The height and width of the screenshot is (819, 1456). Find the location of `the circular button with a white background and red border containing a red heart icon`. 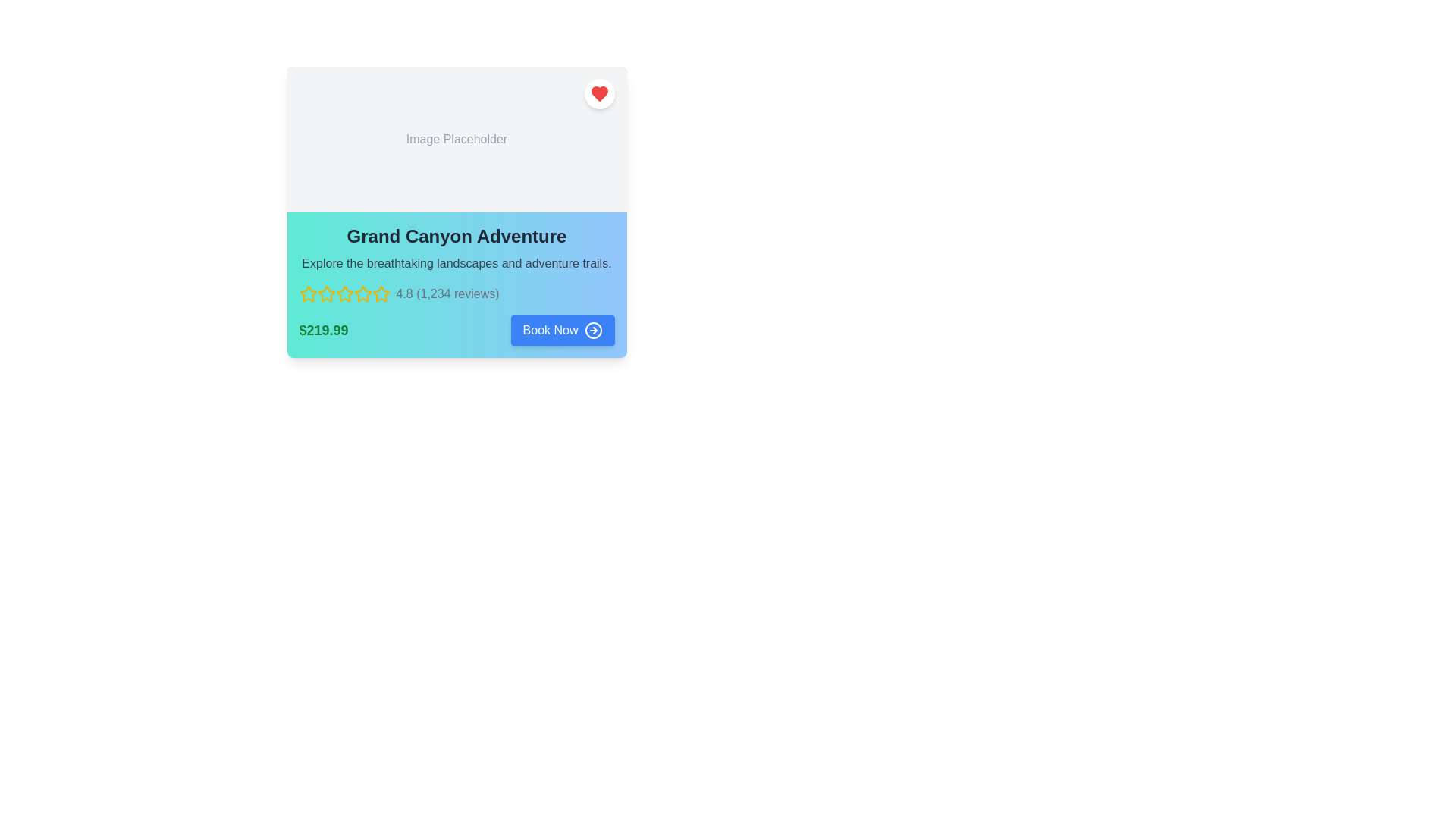

the circular button with a white background and red border containing a red heart icon is located at coordinates (598, 93).